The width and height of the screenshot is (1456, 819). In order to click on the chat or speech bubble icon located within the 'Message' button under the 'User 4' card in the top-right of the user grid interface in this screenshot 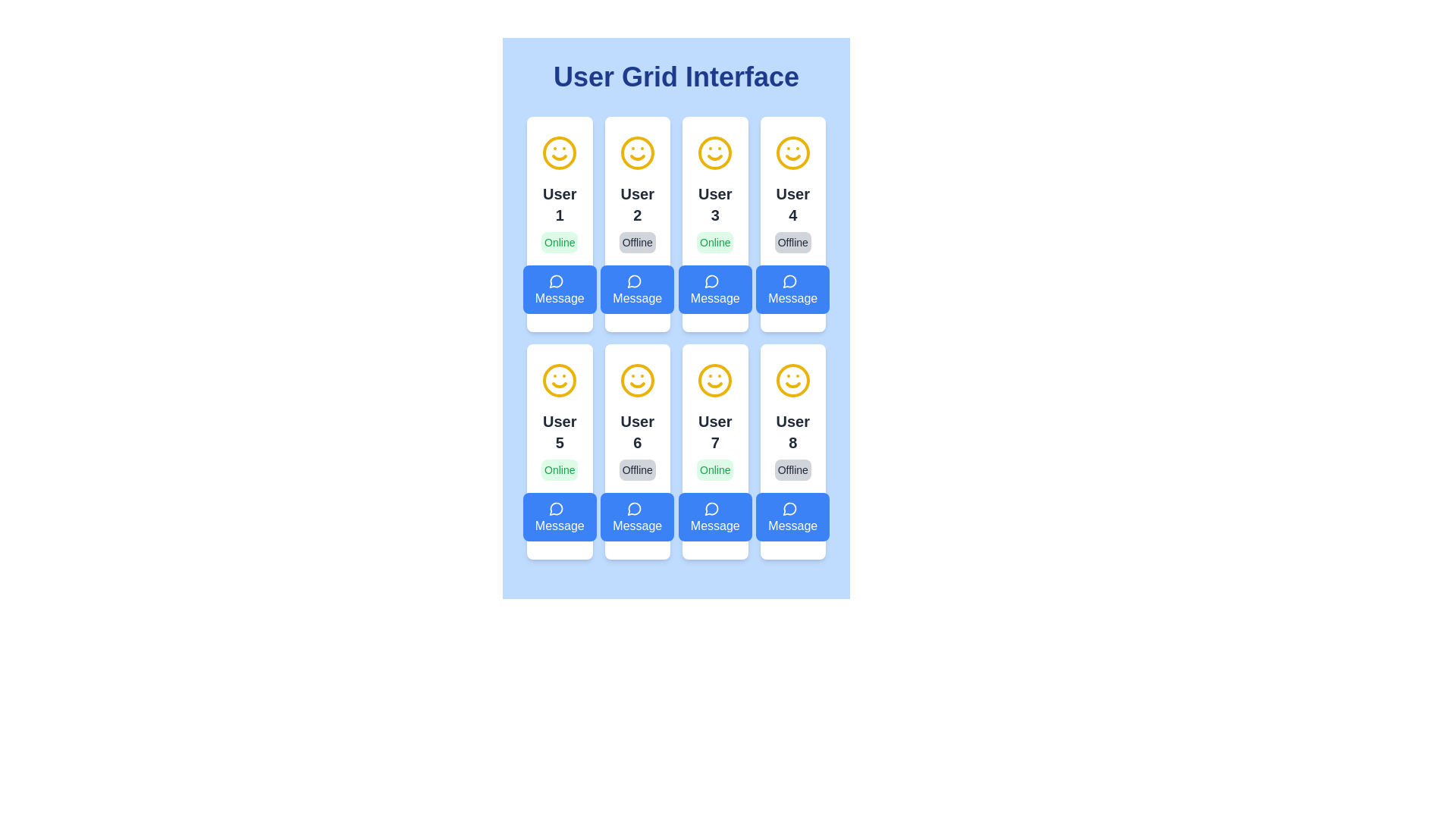, I will do `click(789, 281)`.